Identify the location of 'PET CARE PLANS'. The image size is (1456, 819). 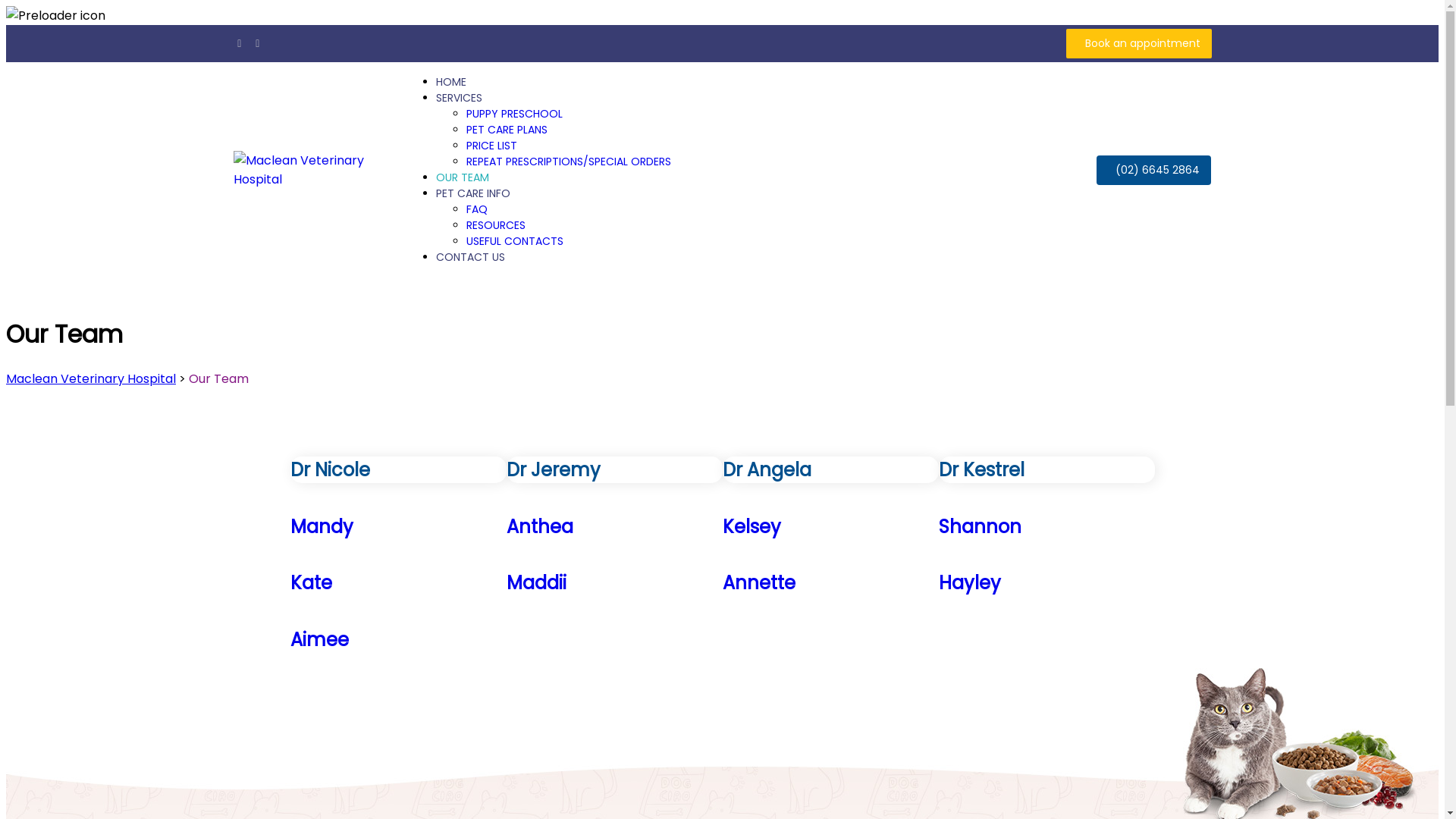
(507, 128).